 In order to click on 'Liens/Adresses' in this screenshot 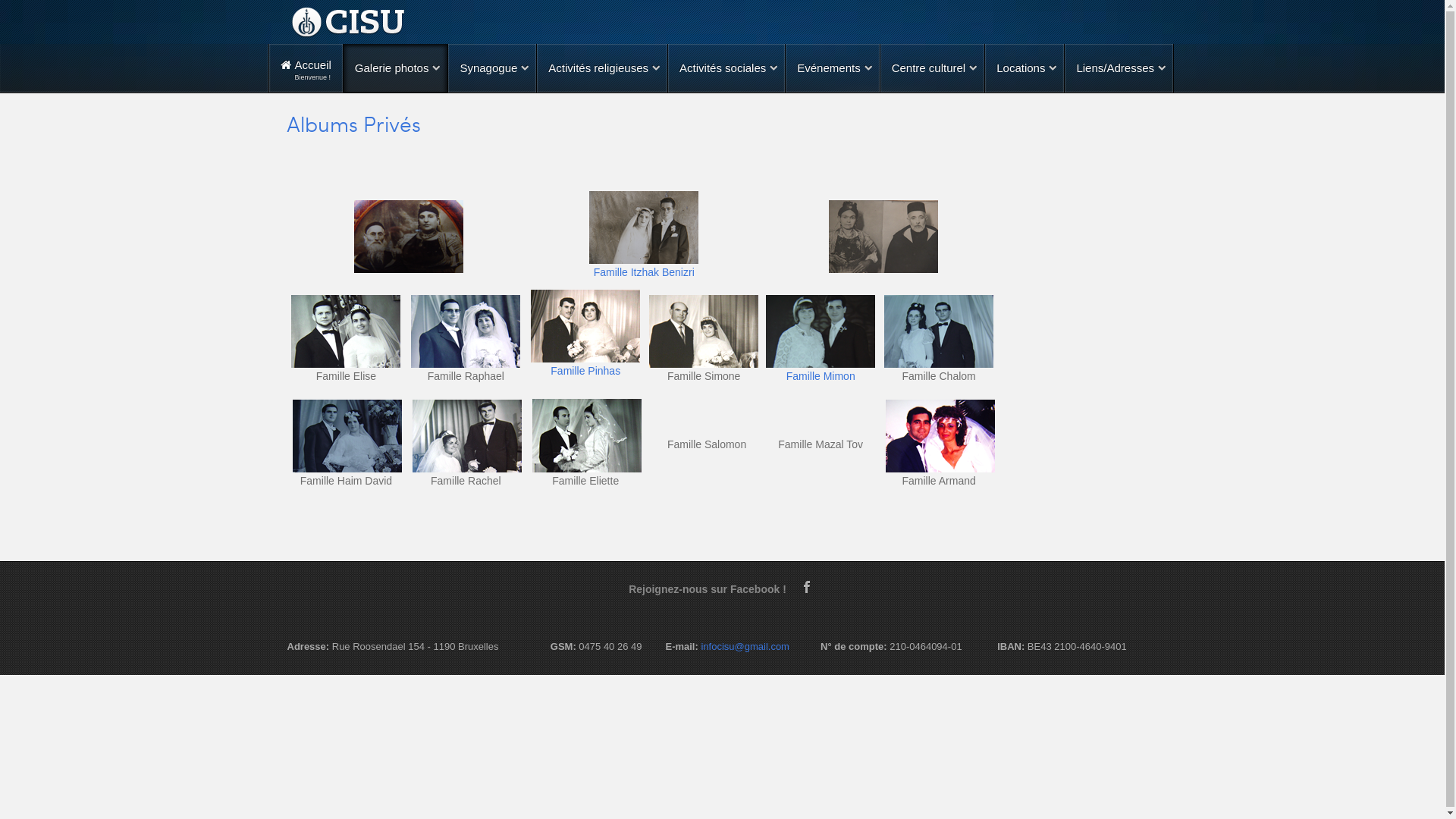, I will do `click(1063, 67)`.